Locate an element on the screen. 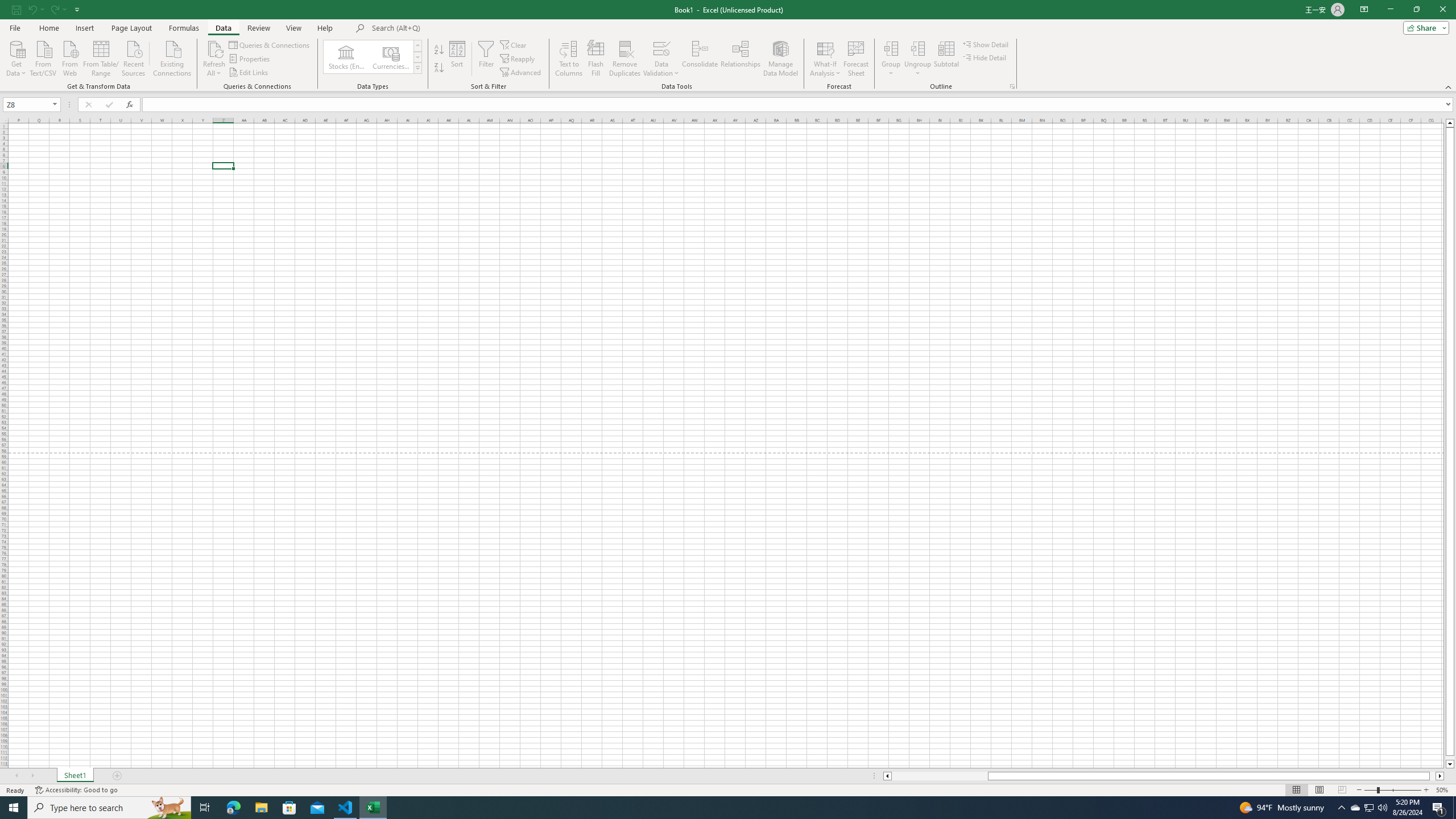 This screenshot has height=819, width=1456. 'Stocks (English)' is located at coordinates (346, 56).